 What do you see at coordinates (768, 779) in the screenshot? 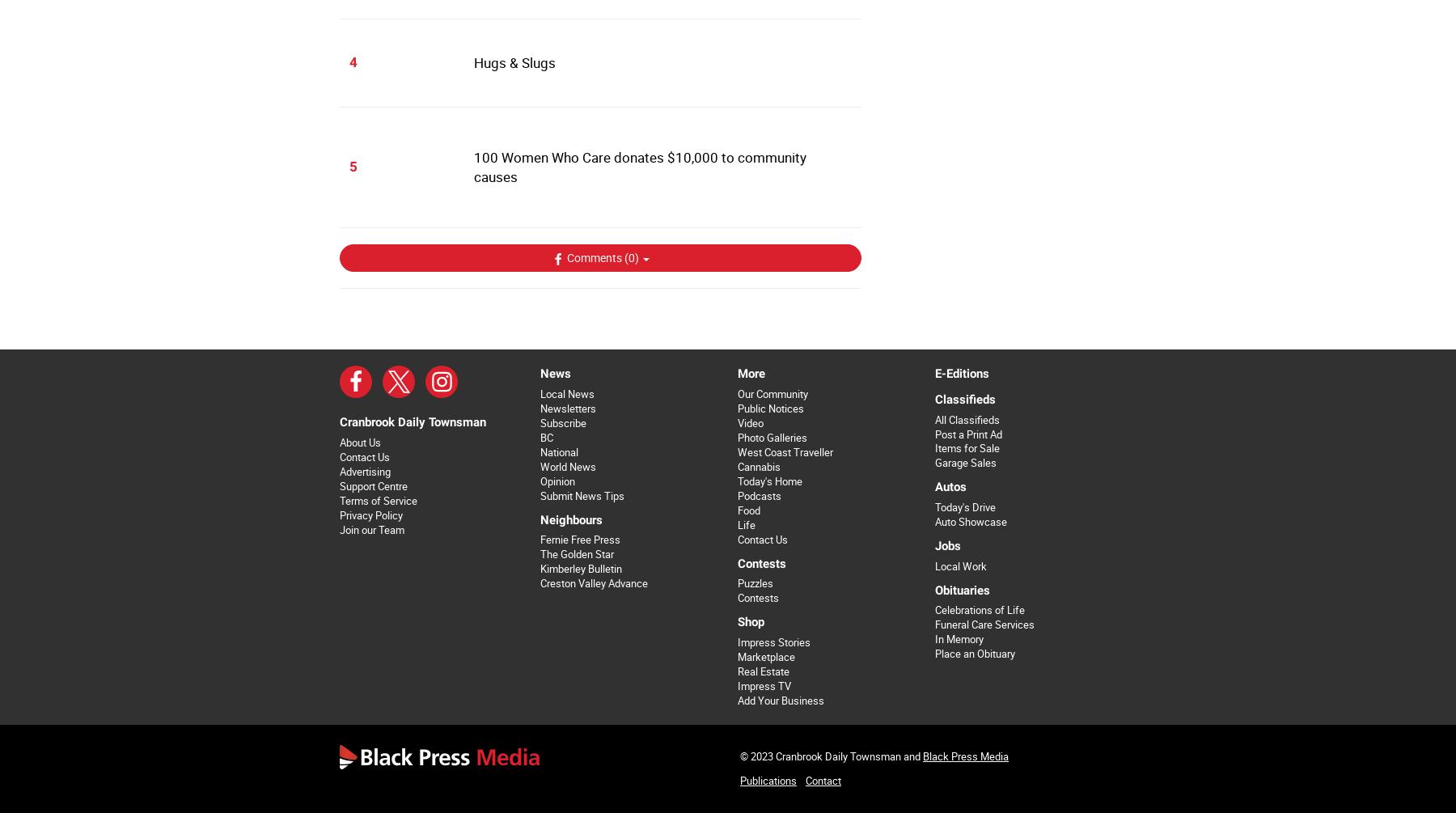
I see `'Publications'` at bounding box center [768, 779].